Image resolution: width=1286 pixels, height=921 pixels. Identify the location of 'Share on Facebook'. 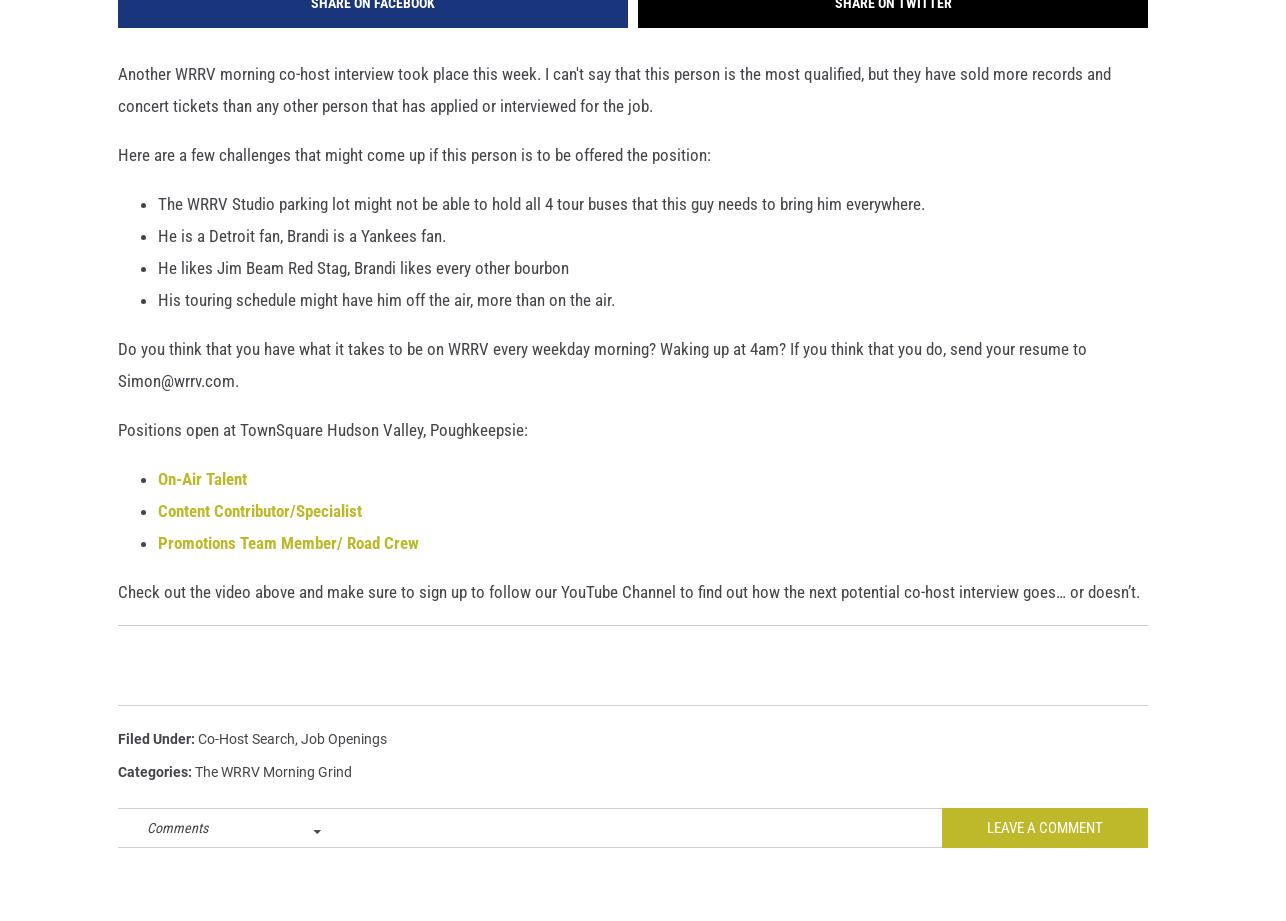
(371, 34).